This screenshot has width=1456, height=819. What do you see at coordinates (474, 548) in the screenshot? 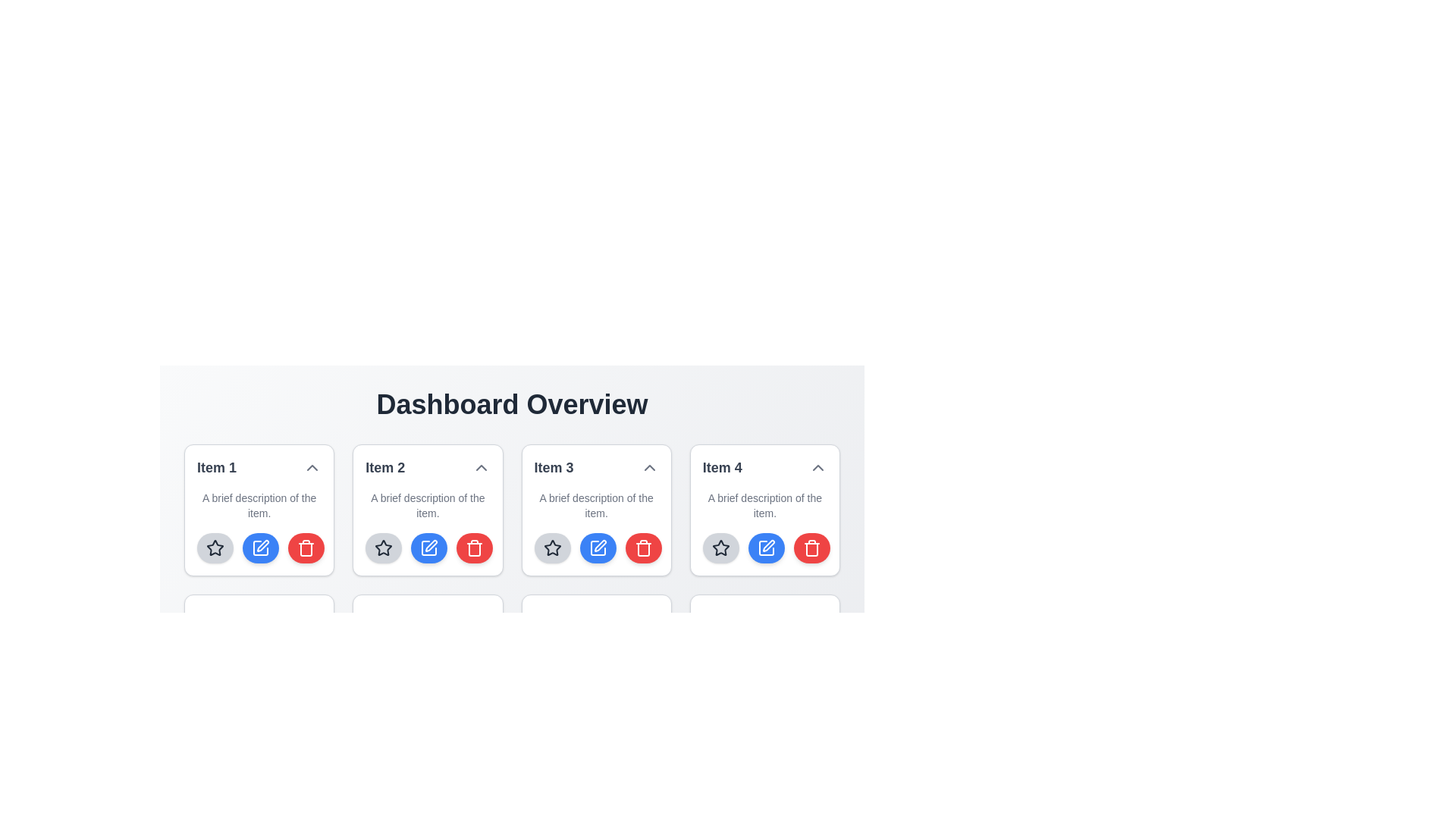
I see `the delete button associated with Item 2, which is the third button in a horizontal arrangement at the bottom-right of the card` at bounding box center [474, 548].